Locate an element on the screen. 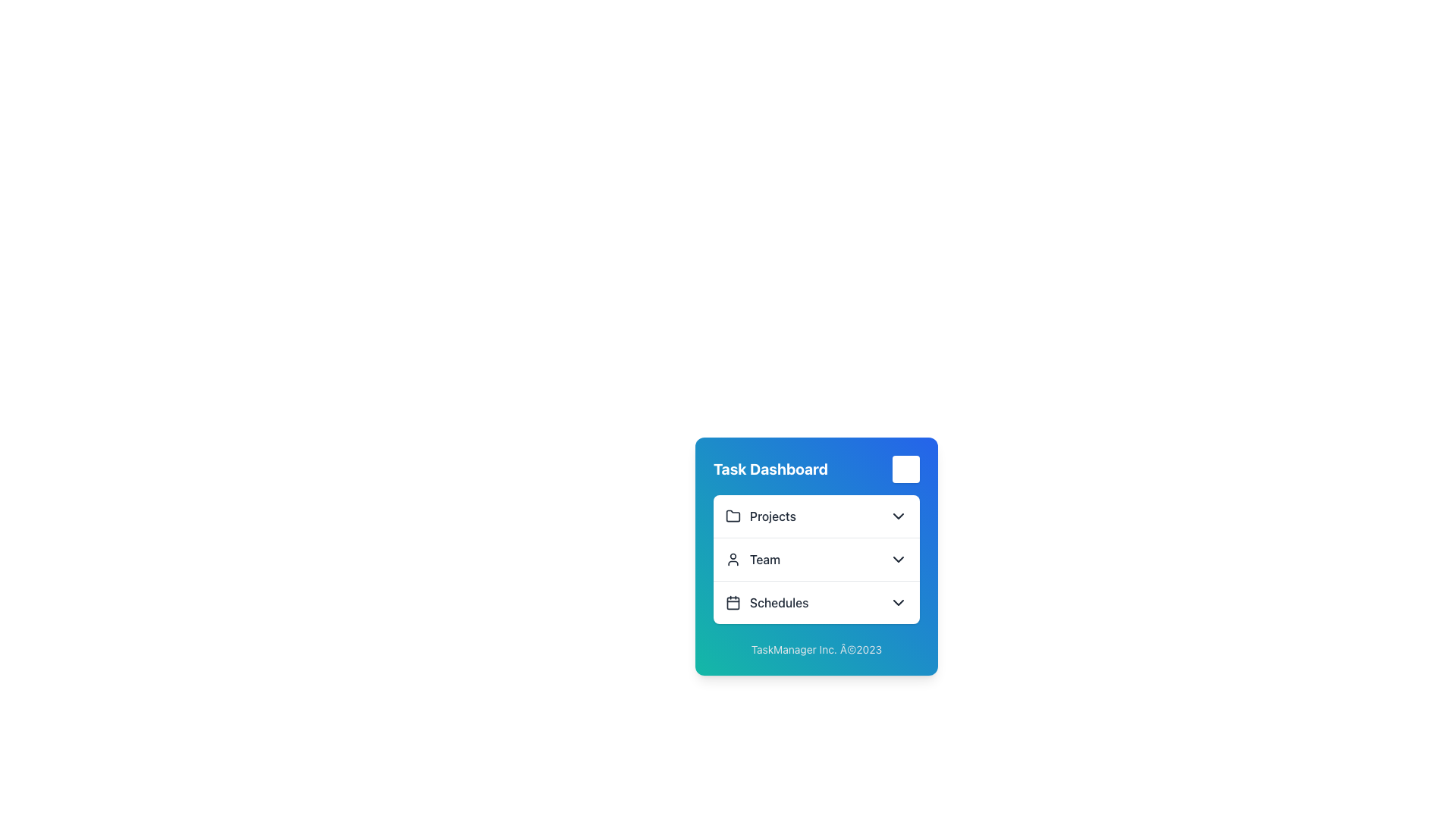 The height and width of the screenshot is (819, 1456). the 'Team' section icon located in the second row of the menu list in the 'Task Dashboard' area, which is to the left of the text 'Team' is located at coordinates (733, 559).